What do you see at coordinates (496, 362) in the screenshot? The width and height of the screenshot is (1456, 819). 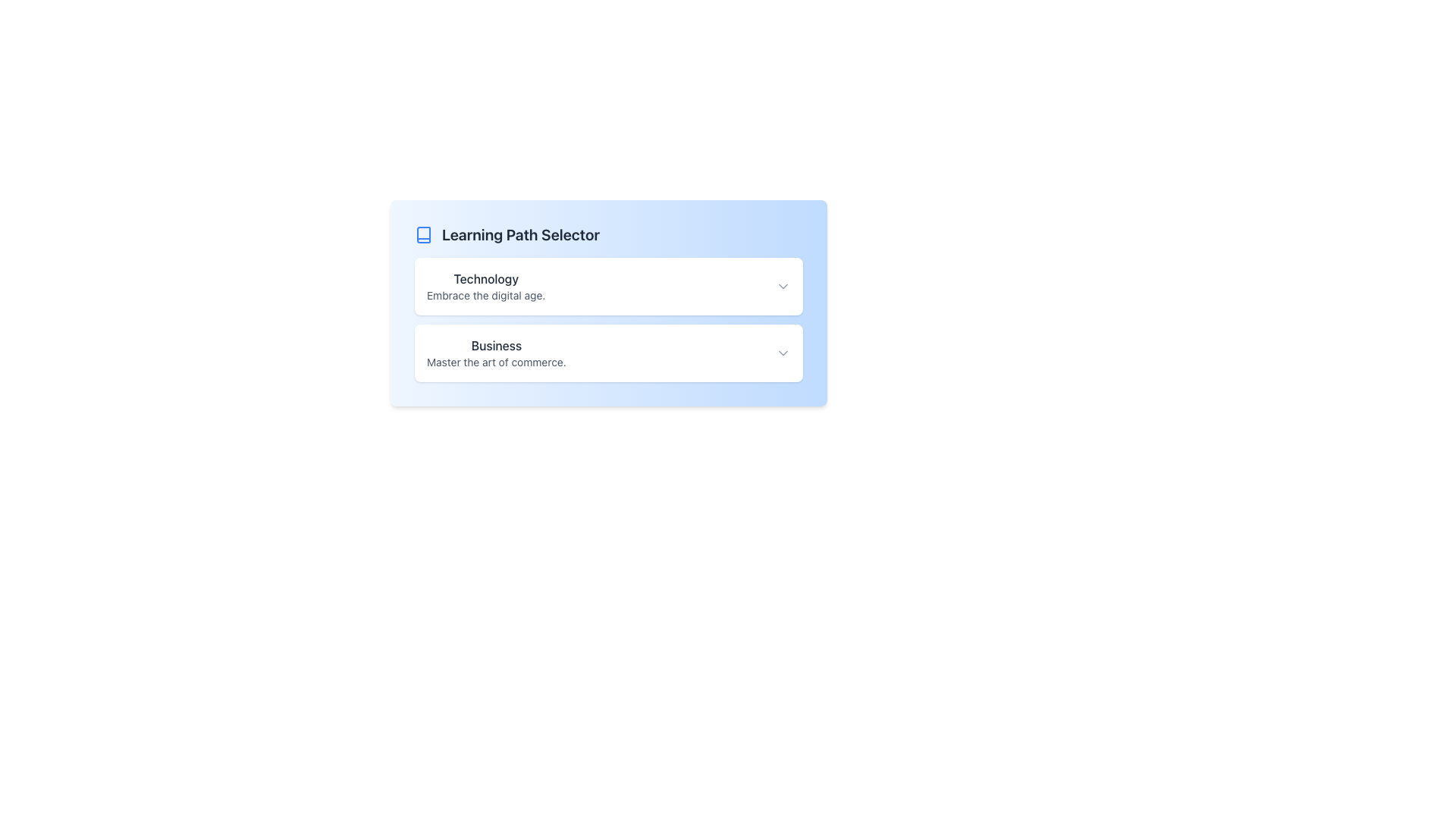 I see `the descriptive text located beneath the 'Business' title in the second row of the main layout` at bounding box center [496, 362].